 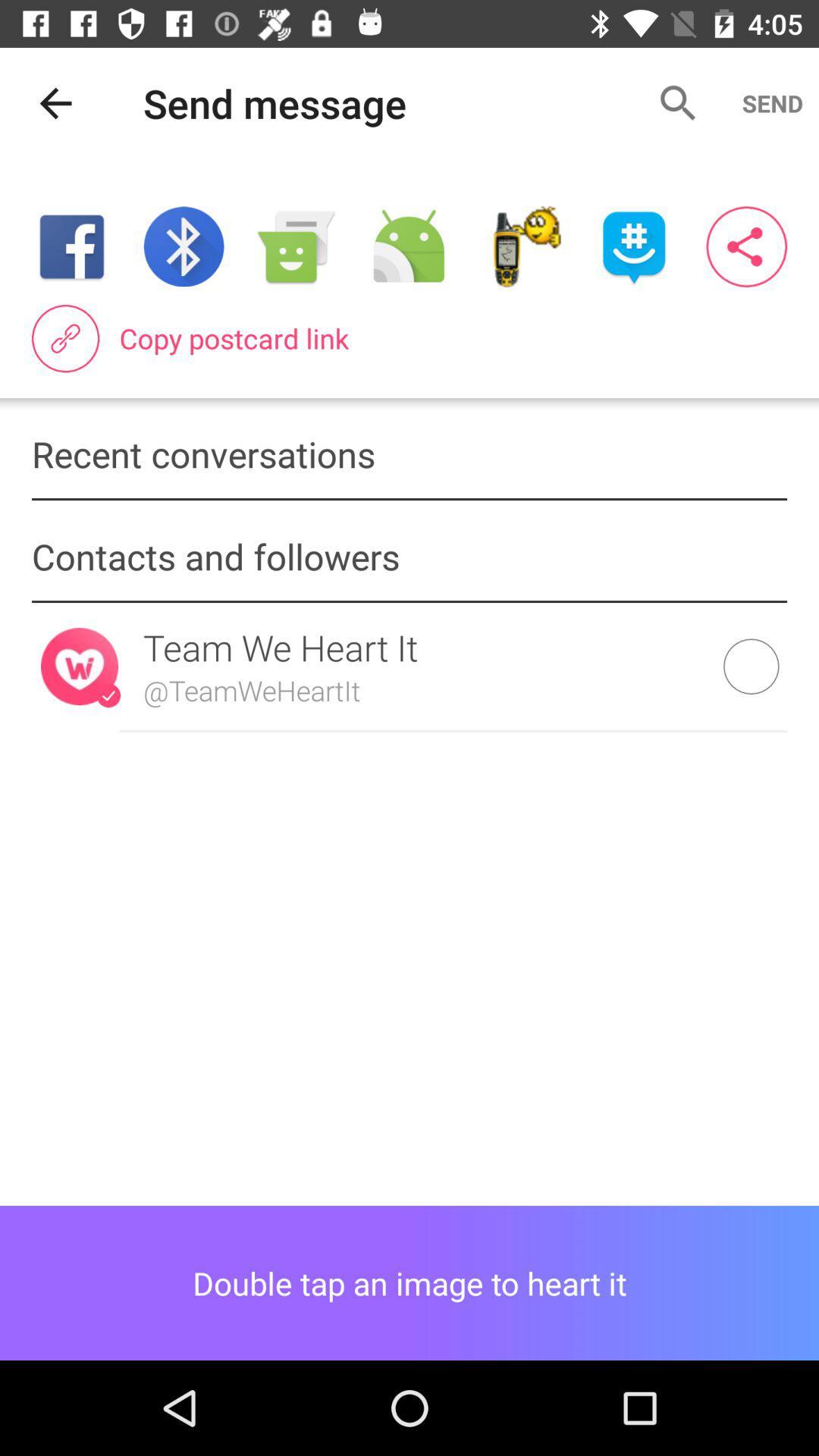 I want to click on share content, so click(x=408, y=246).